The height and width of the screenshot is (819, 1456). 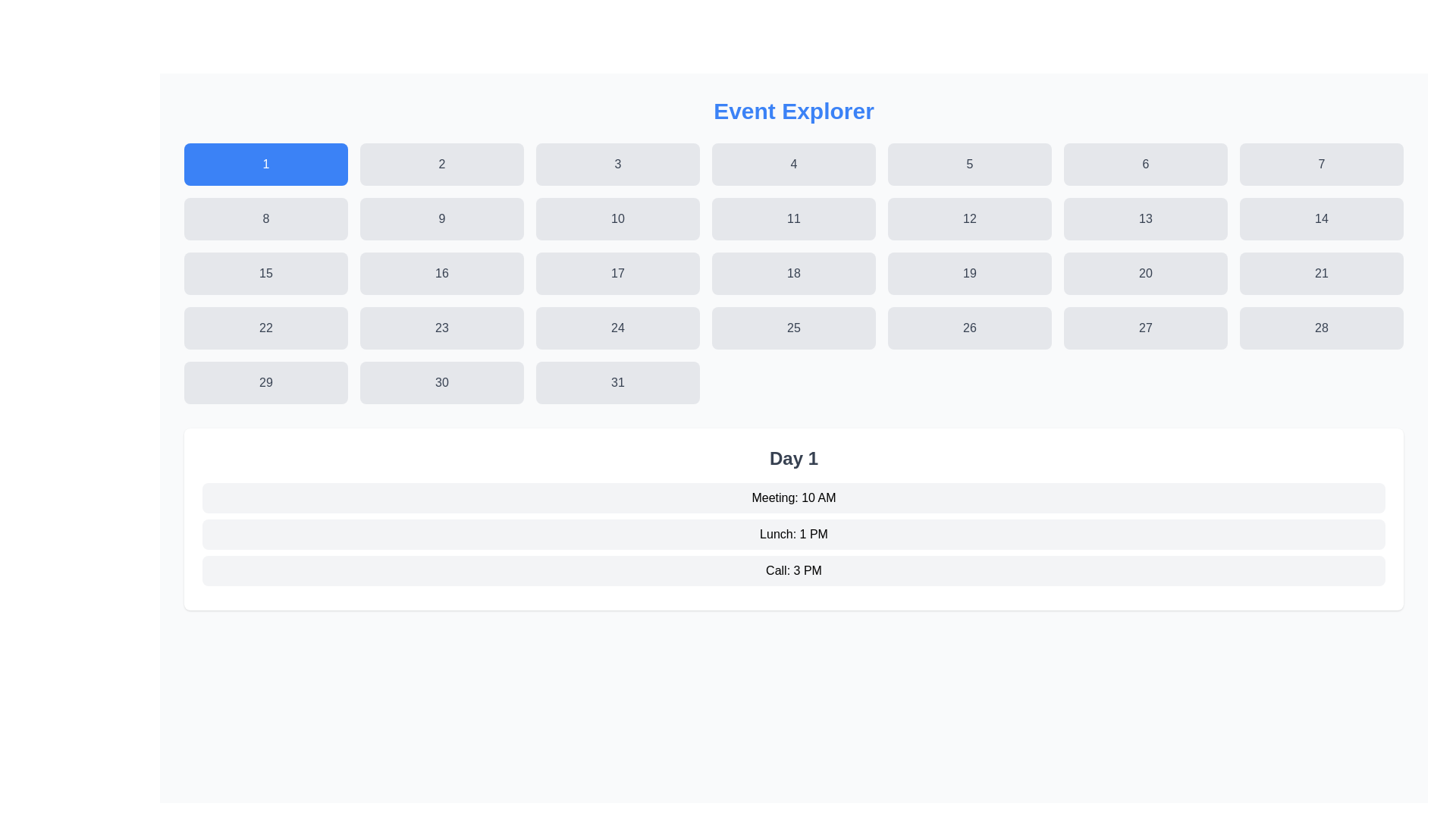 I want to click on the button located in the fourth row and sixth column of a 7-column grid, adjacent to buttons '20' and '22', so click(x=1320, y=274).